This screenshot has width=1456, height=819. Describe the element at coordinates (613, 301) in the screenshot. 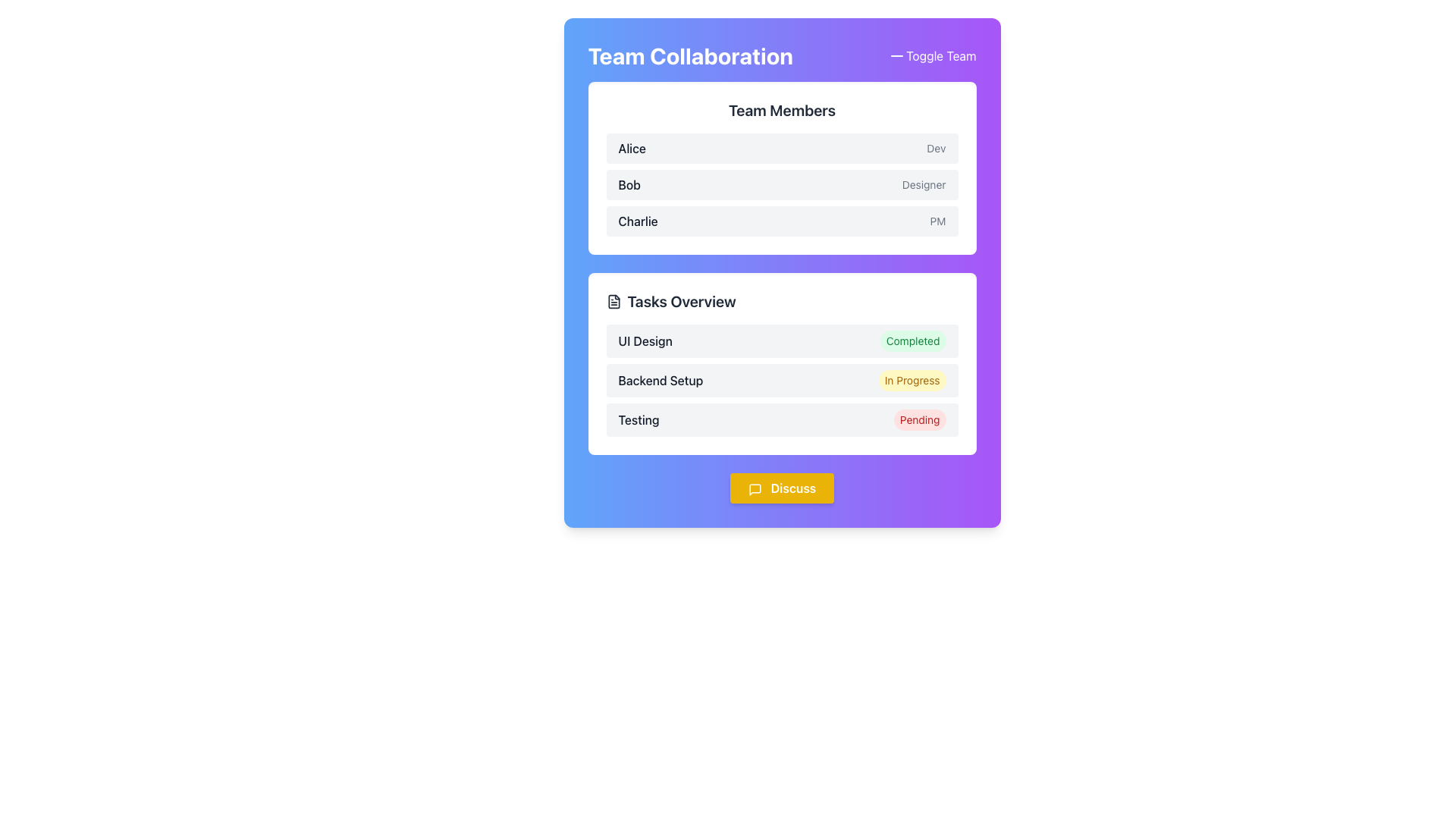

I see `the small file-text icon with a thin outline located to the left of the heading 'Tasks Overview'` at that location.